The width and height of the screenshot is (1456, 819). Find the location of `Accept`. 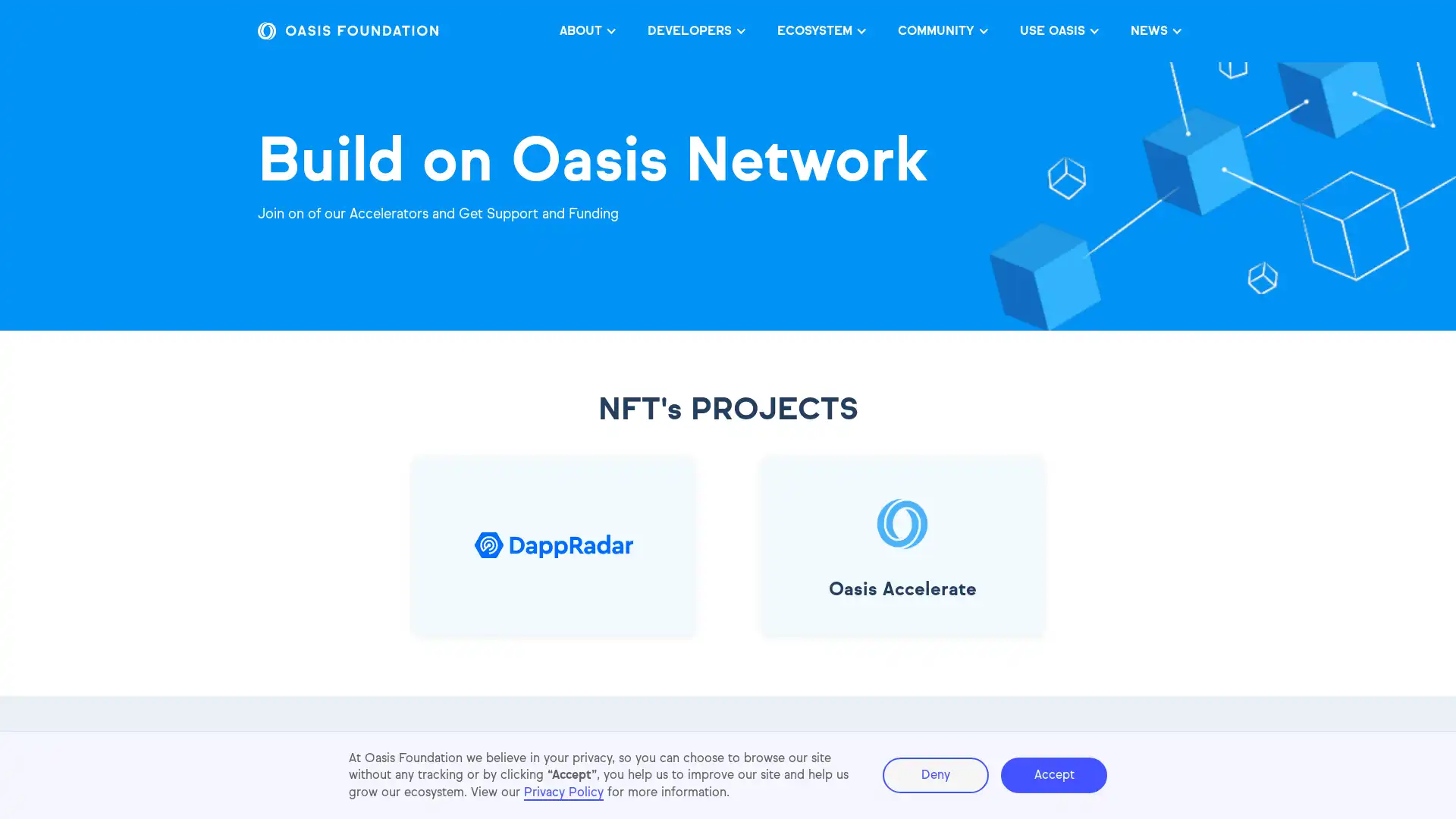

Accept is located at coordinates (1053, 775).